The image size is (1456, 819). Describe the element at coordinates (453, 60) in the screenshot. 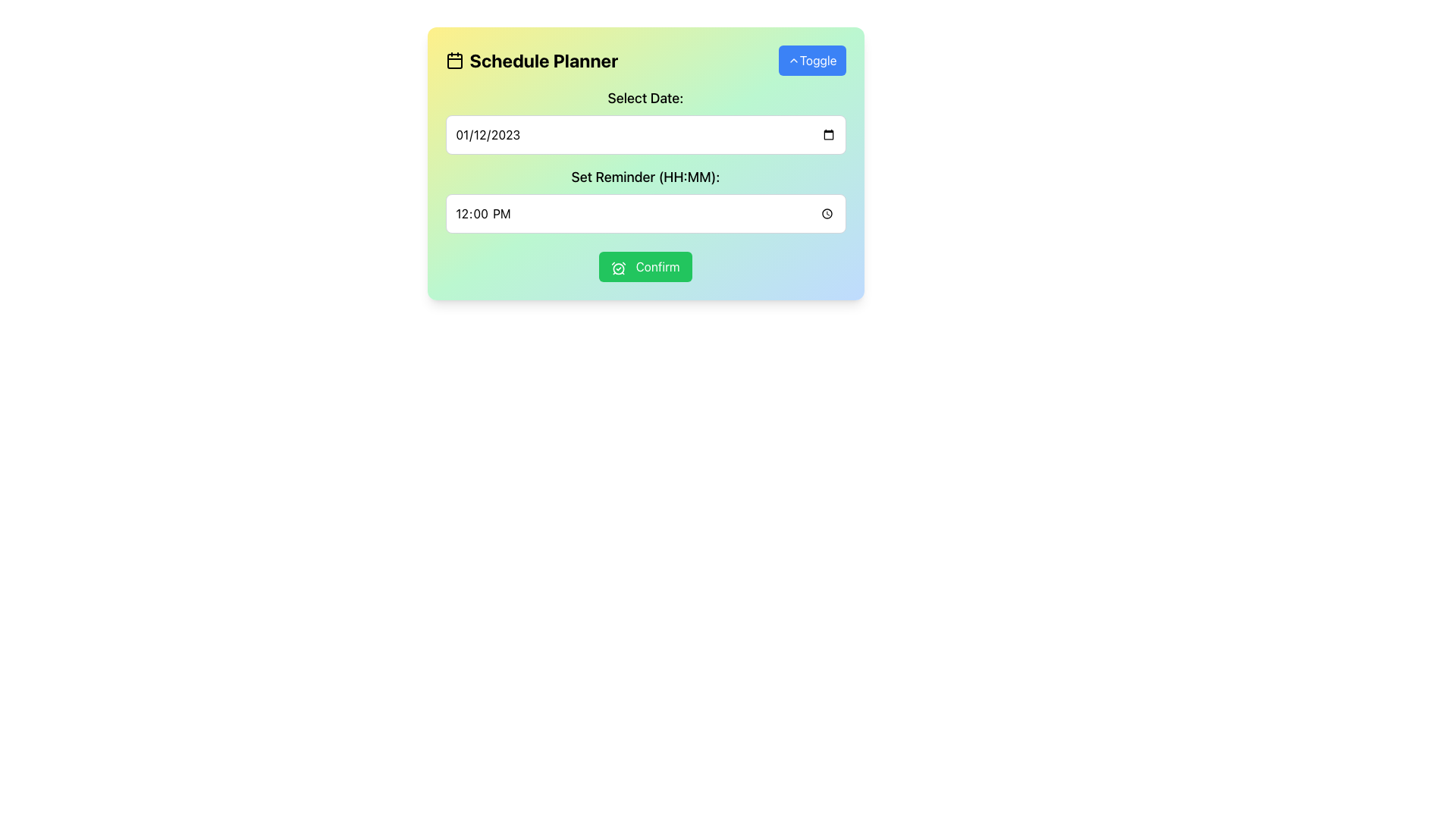

I see `the calendar icon located next to the 'Schedule Planner' title, which features a simplistic design with two vertical lines at the top and a rounded boxy outline` at that location.